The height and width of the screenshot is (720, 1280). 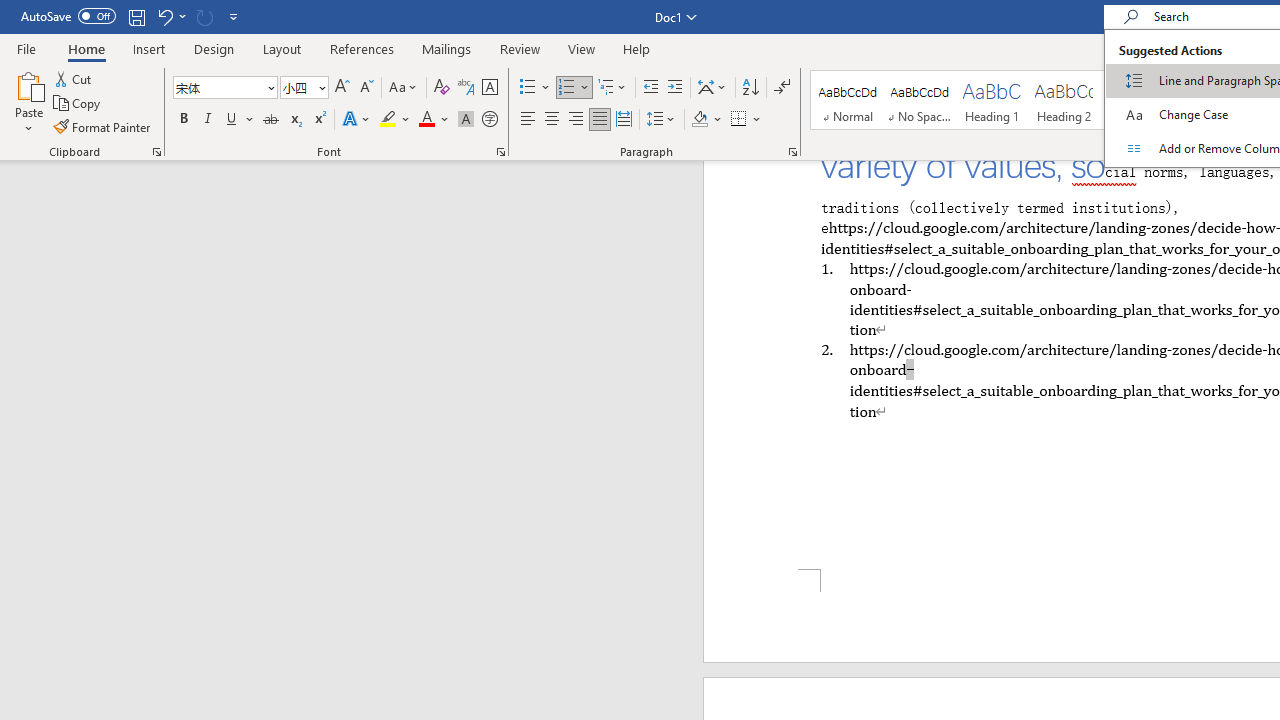 What do you see at coordinates (661, 119) in the screenshot?
I see `'Line and Paragraph Spacing'` at bounding box center [661, 119].